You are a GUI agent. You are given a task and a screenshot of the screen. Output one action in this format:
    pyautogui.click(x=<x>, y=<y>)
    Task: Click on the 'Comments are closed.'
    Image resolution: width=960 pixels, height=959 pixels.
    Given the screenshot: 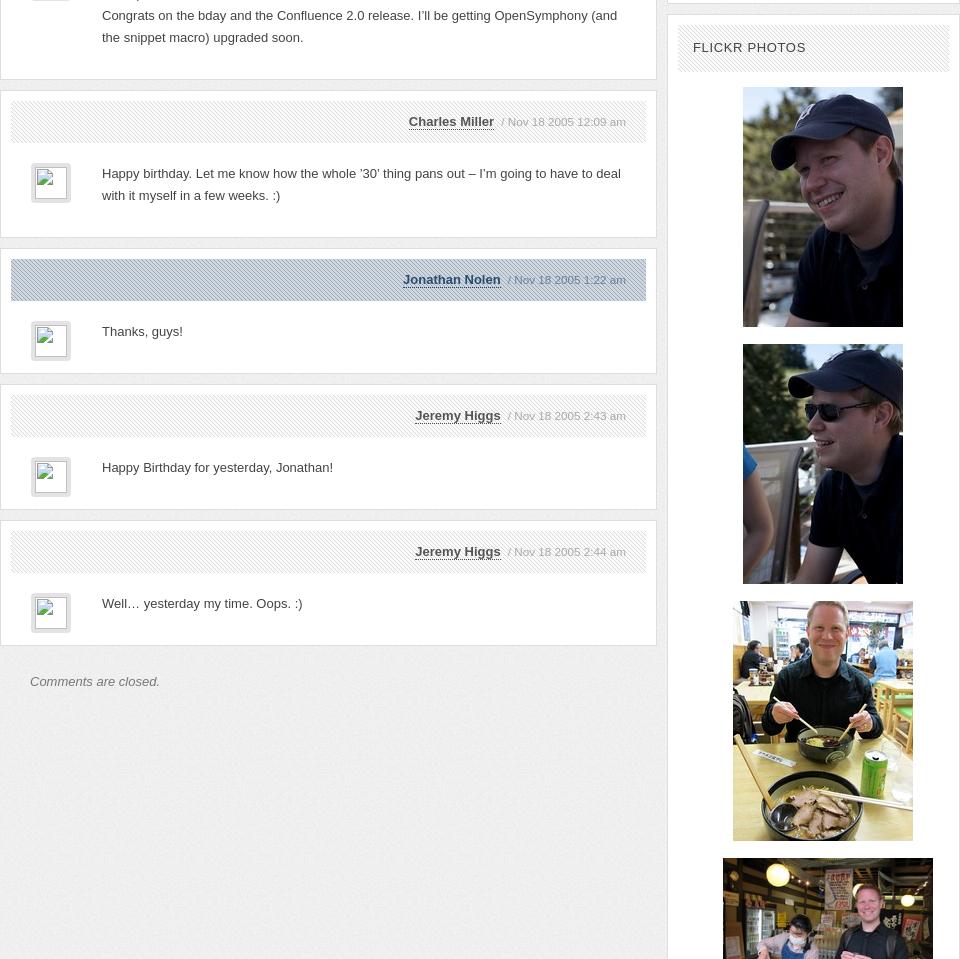 What is the action you would take?
    pyautogui.click(x=28, y=681)
    